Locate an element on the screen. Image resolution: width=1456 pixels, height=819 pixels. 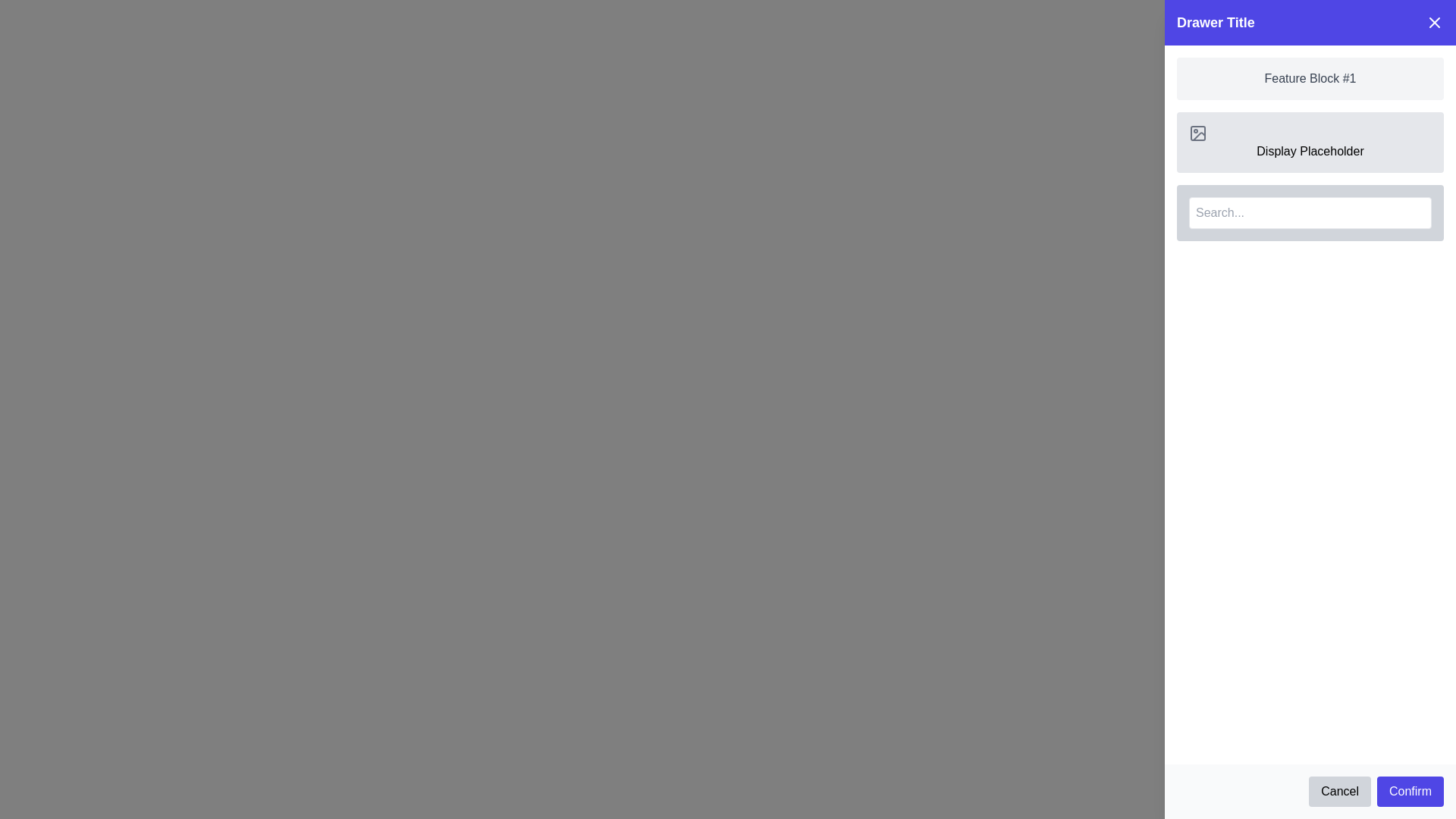
the 'X' close icon located in the top-right corner of the panel header, next to the title 'Drawer Title' is located at coordinates (1433, 23).